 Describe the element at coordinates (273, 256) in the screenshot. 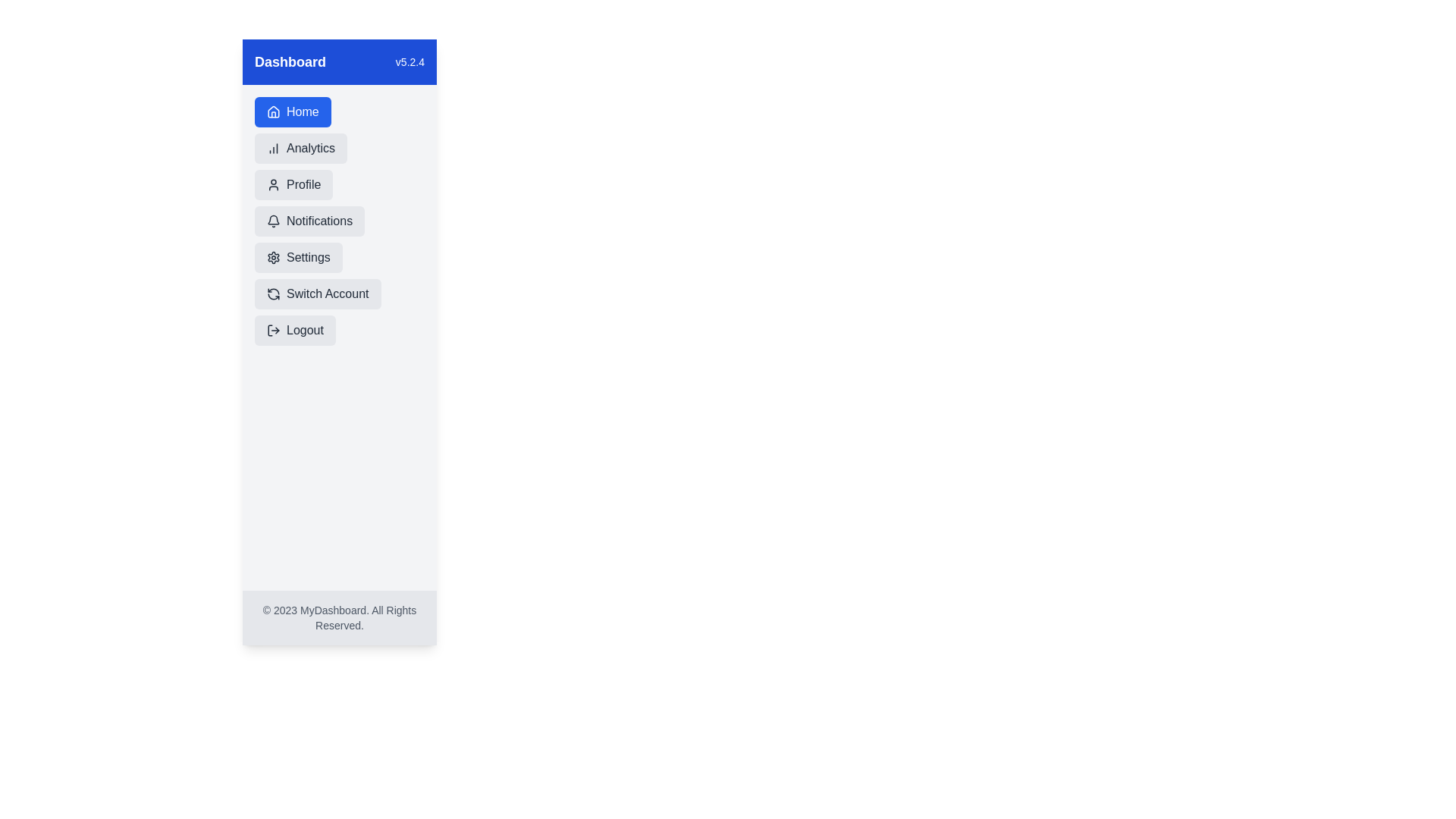

I see `the settings icon located in the sidebar menu` at that location.